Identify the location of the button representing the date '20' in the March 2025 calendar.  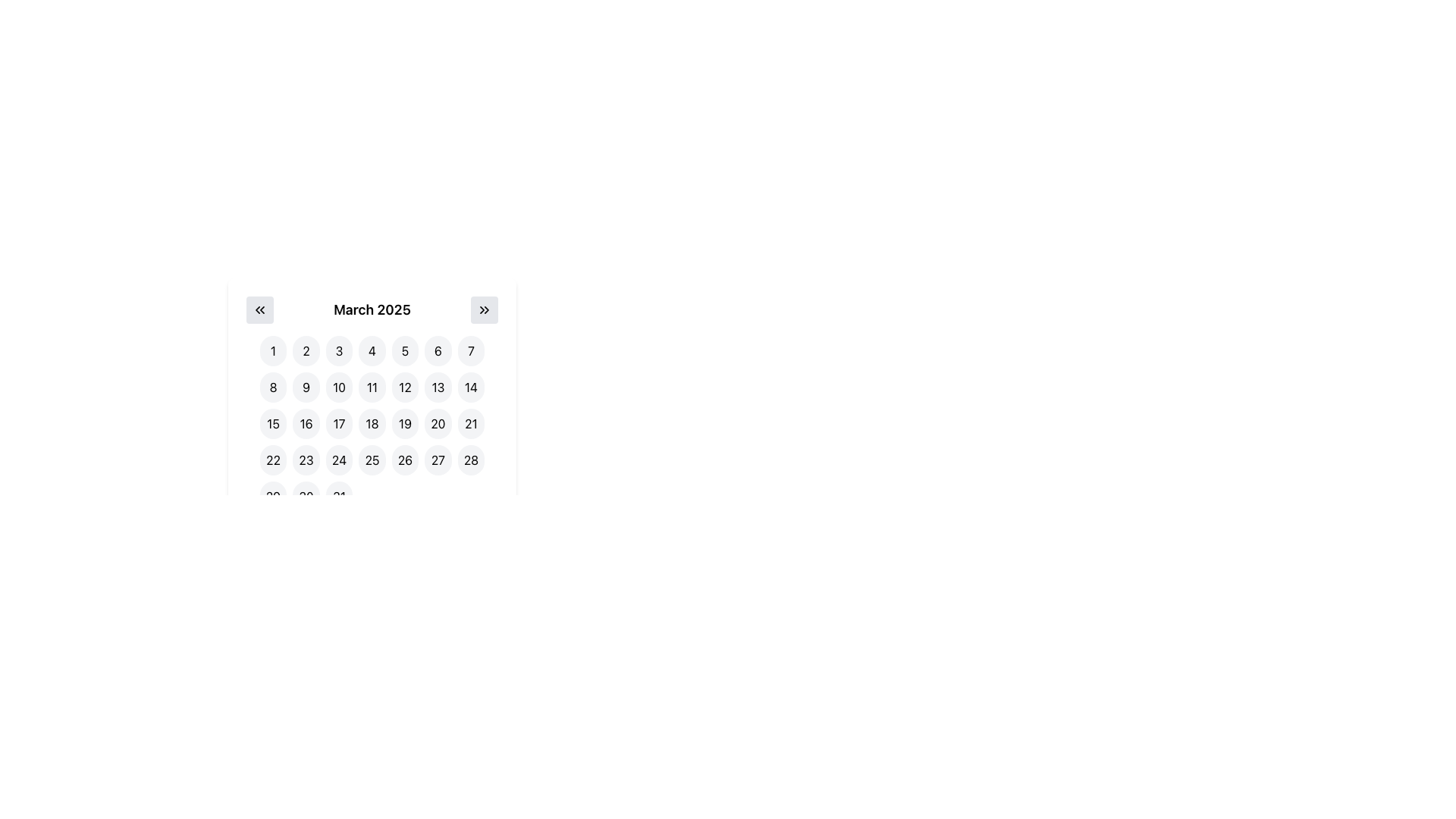
(437, 424).